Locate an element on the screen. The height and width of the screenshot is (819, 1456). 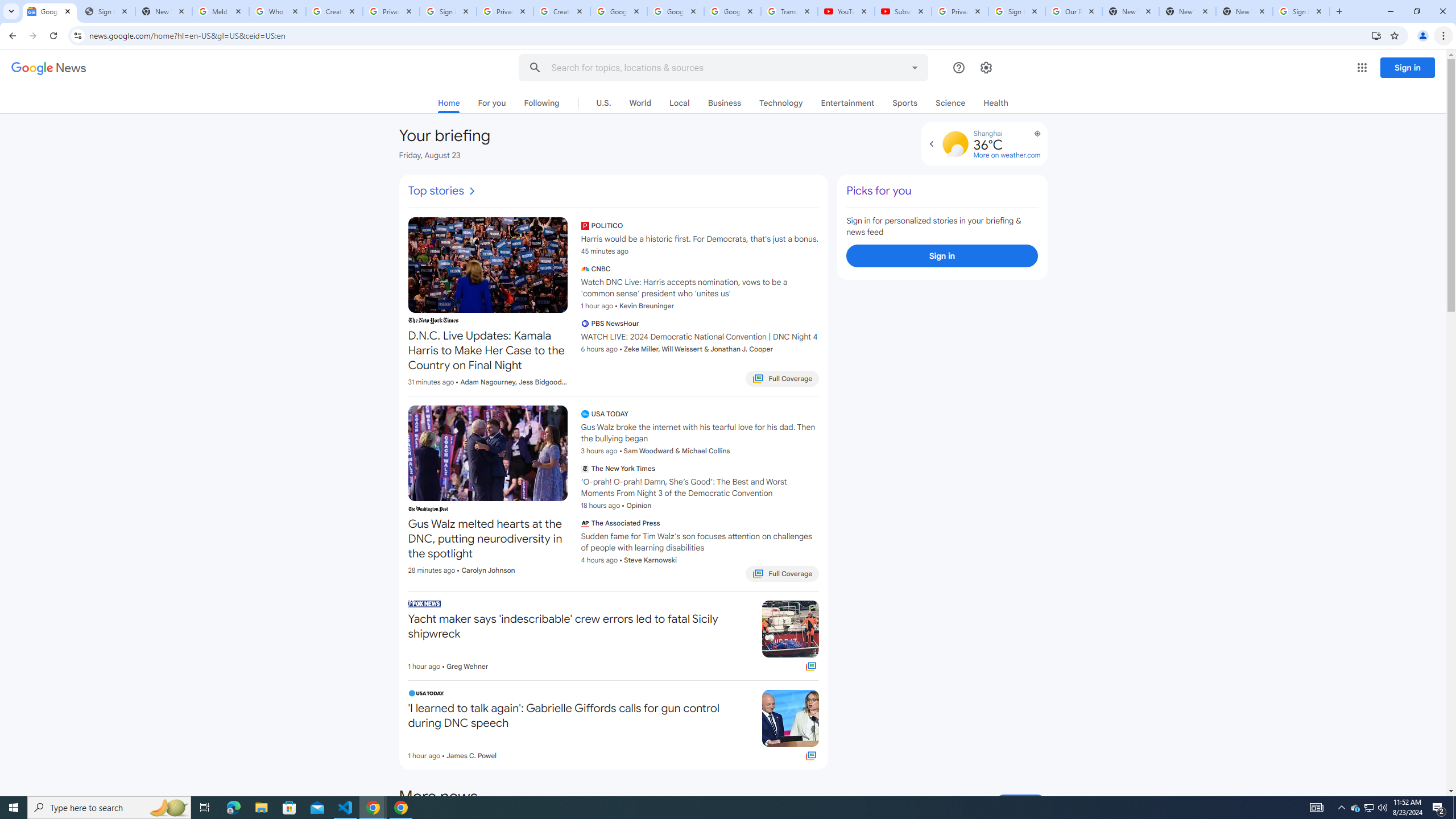
'Install Google News' is located at coordinates (1376, 35).